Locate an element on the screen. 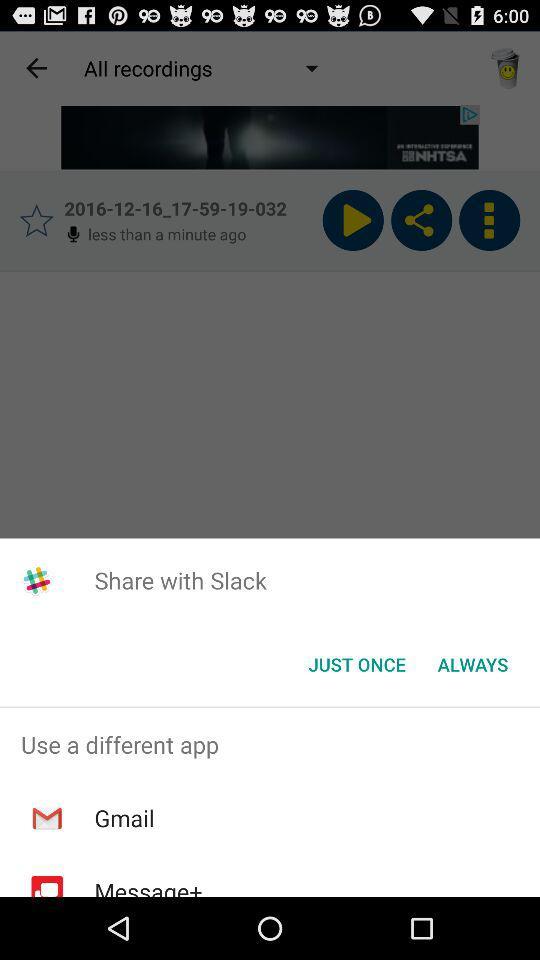  the button to the right of the just once icon is located at coordinates (472, 664).